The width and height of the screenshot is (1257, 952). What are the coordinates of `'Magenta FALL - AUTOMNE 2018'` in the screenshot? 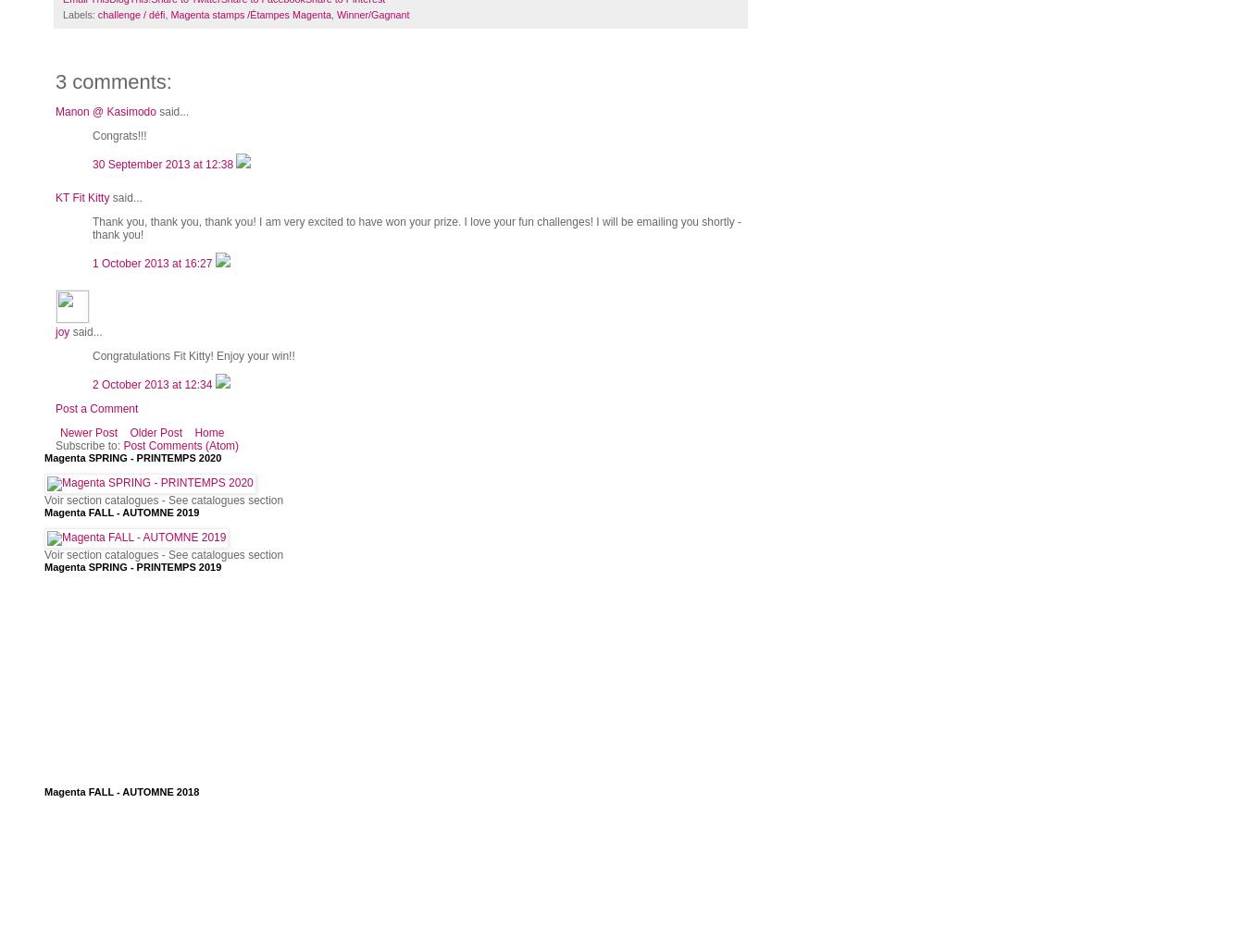 It's located at (120, 789).